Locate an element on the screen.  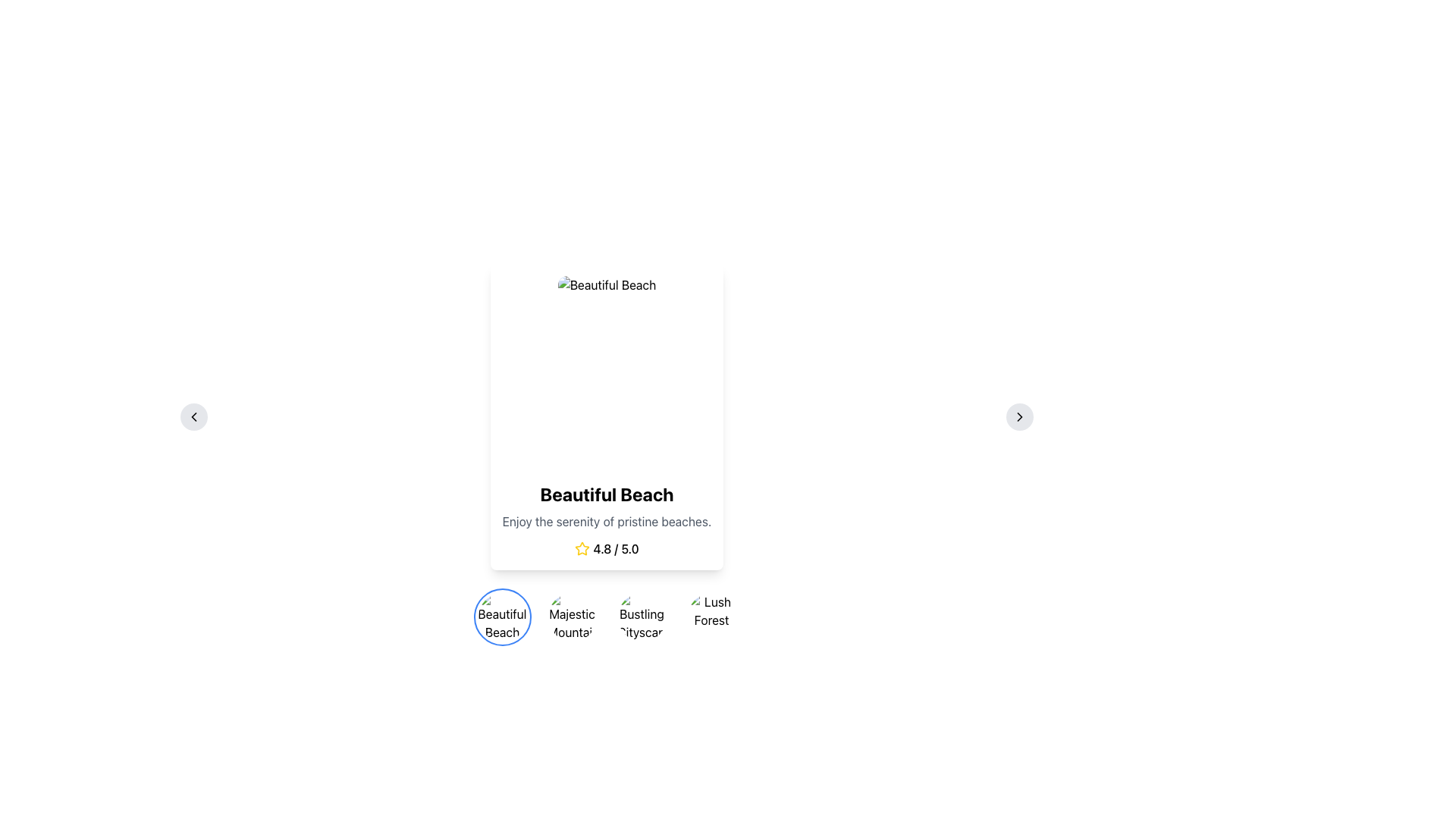
the Chevron Arrow Icon located in the top-left quadrant of the interface is located at coordinates (193, 417).